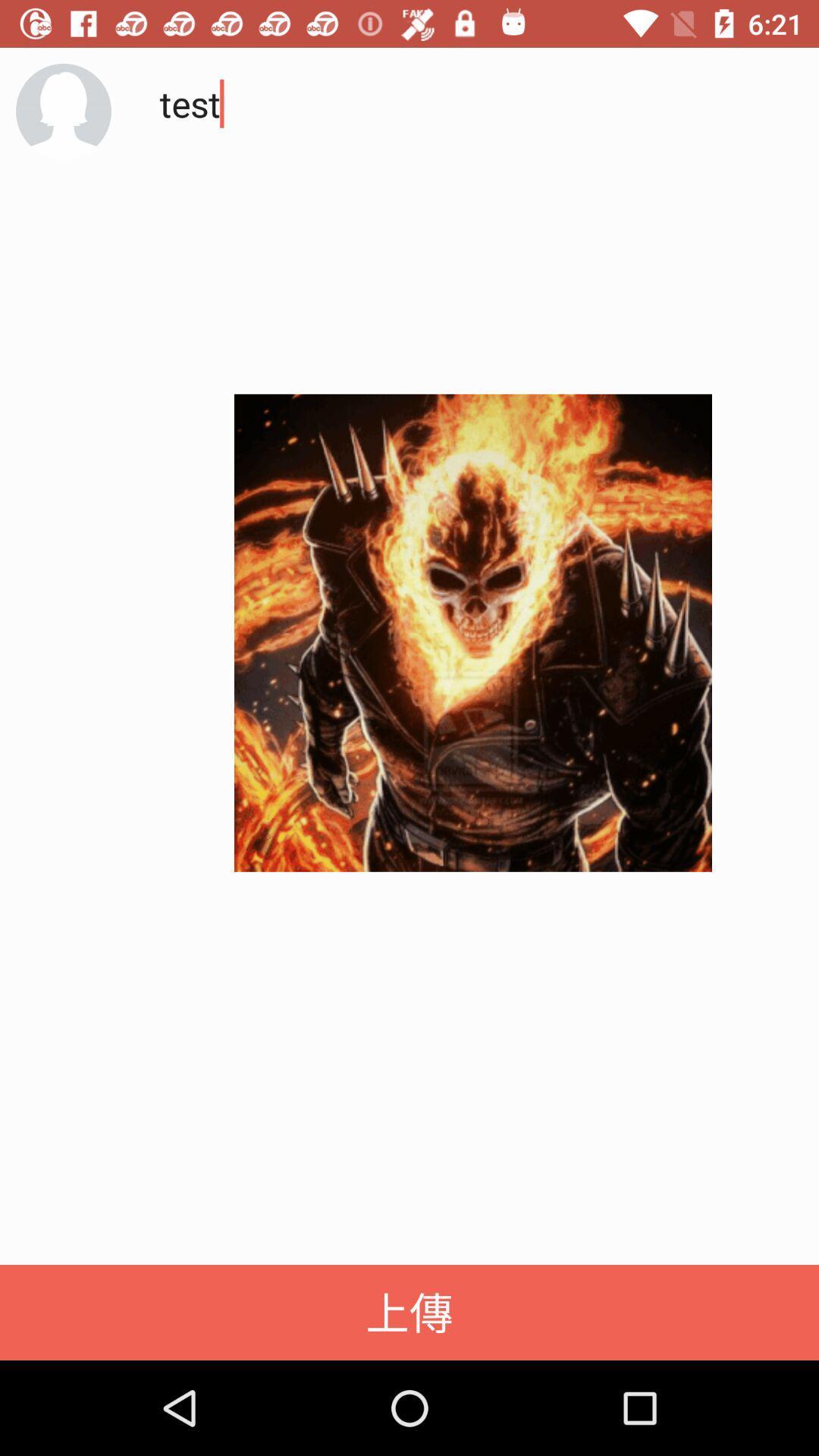  What do you see at coordinates (465, 212) in the screenshot?
I see `test item` at bounding box center [465, 212].